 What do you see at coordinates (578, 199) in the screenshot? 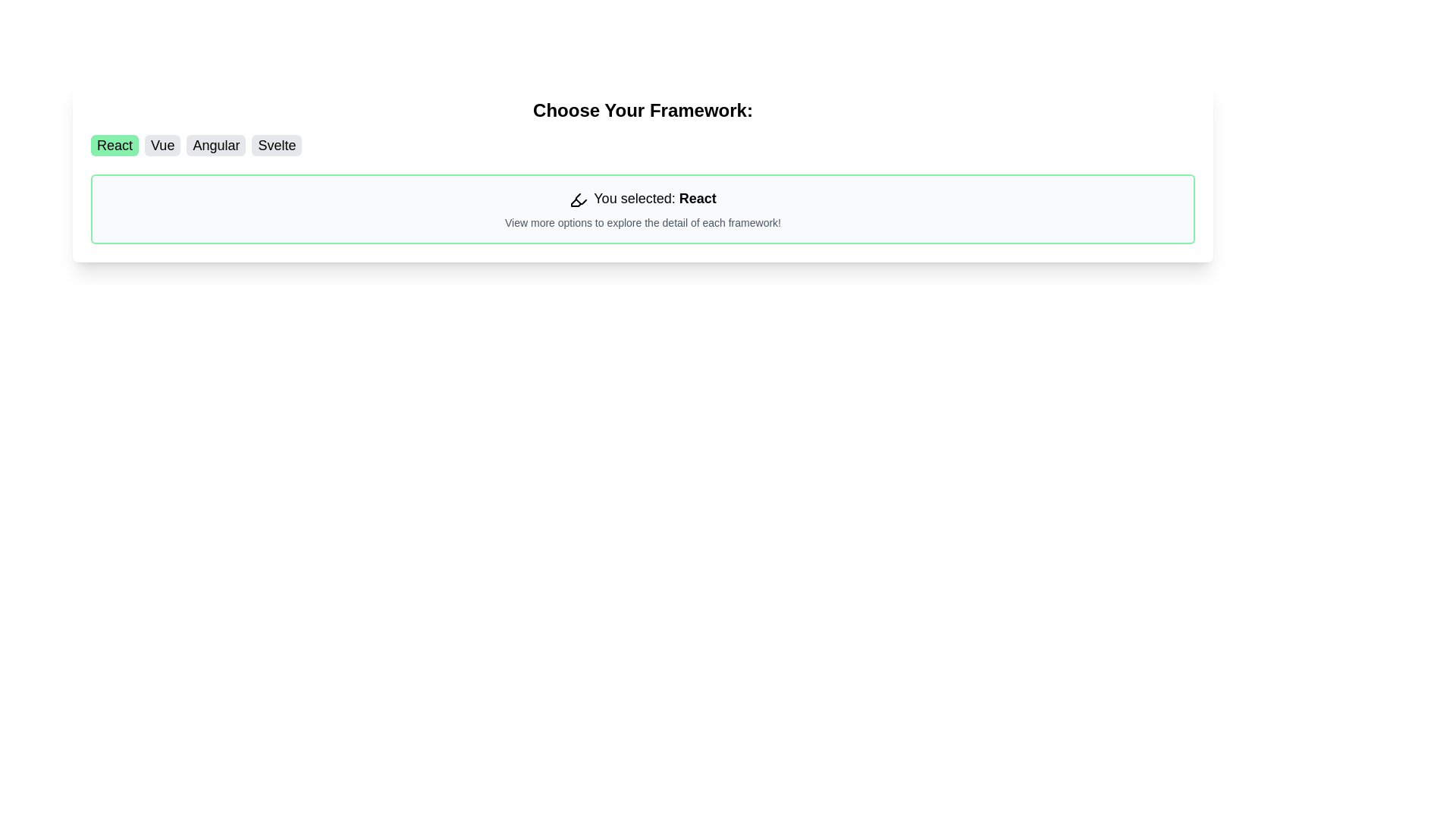
I see `the highlighter pen icon located to the left of the text 'You selected: React' within the green-bordered section below the 'Choose Your Framework:' header` at bounding box center [578, 199].